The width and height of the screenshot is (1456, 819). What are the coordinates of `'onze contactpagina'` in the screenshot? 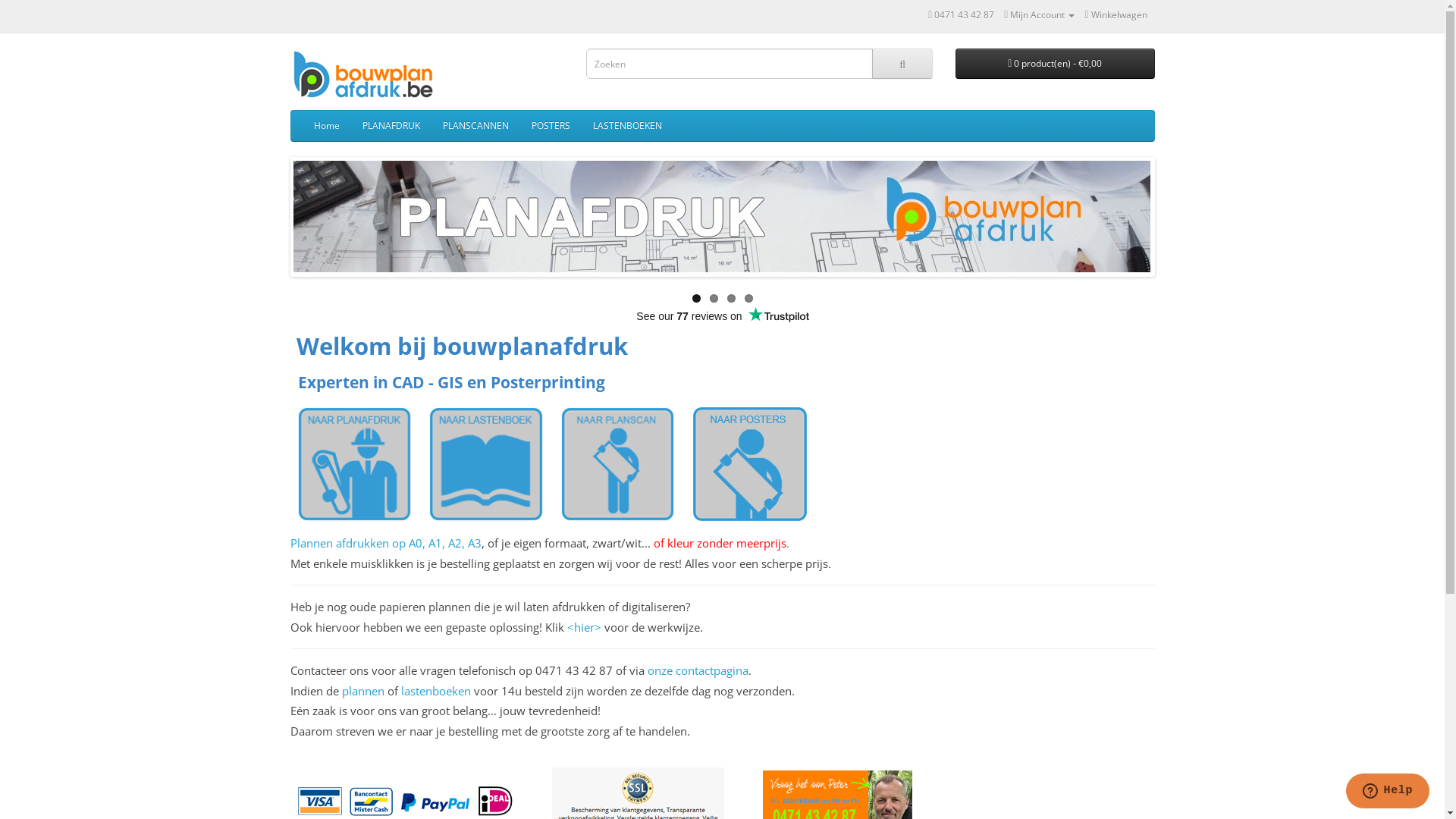 It's located at (697, 669).